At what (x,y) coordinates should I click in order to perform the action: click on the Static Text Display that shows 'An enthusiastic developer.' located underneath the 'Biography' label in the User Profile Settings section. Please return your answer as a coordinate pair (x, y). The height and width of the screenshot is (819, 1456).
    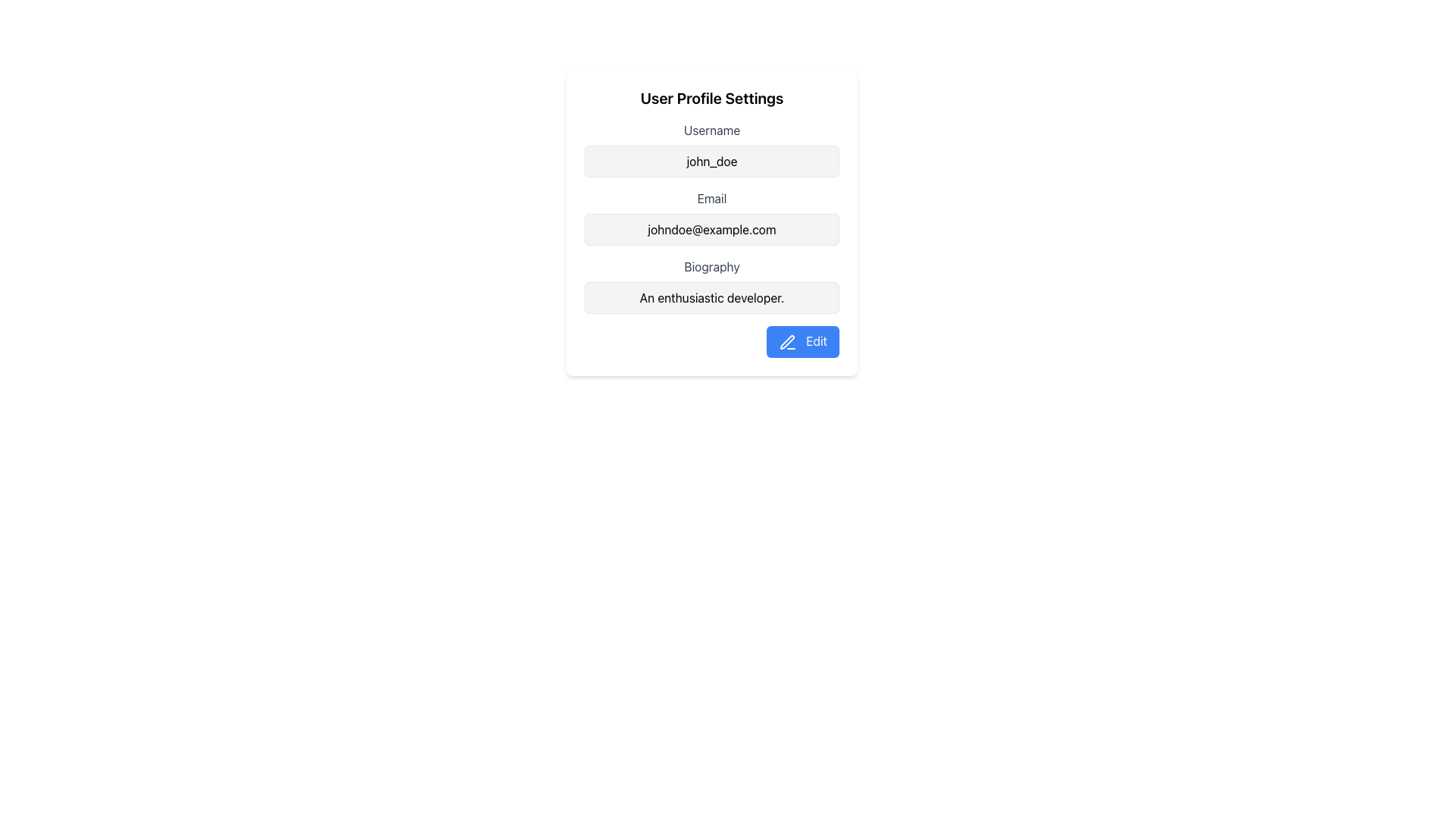
    Looking at the image, I should click on (711, 298).